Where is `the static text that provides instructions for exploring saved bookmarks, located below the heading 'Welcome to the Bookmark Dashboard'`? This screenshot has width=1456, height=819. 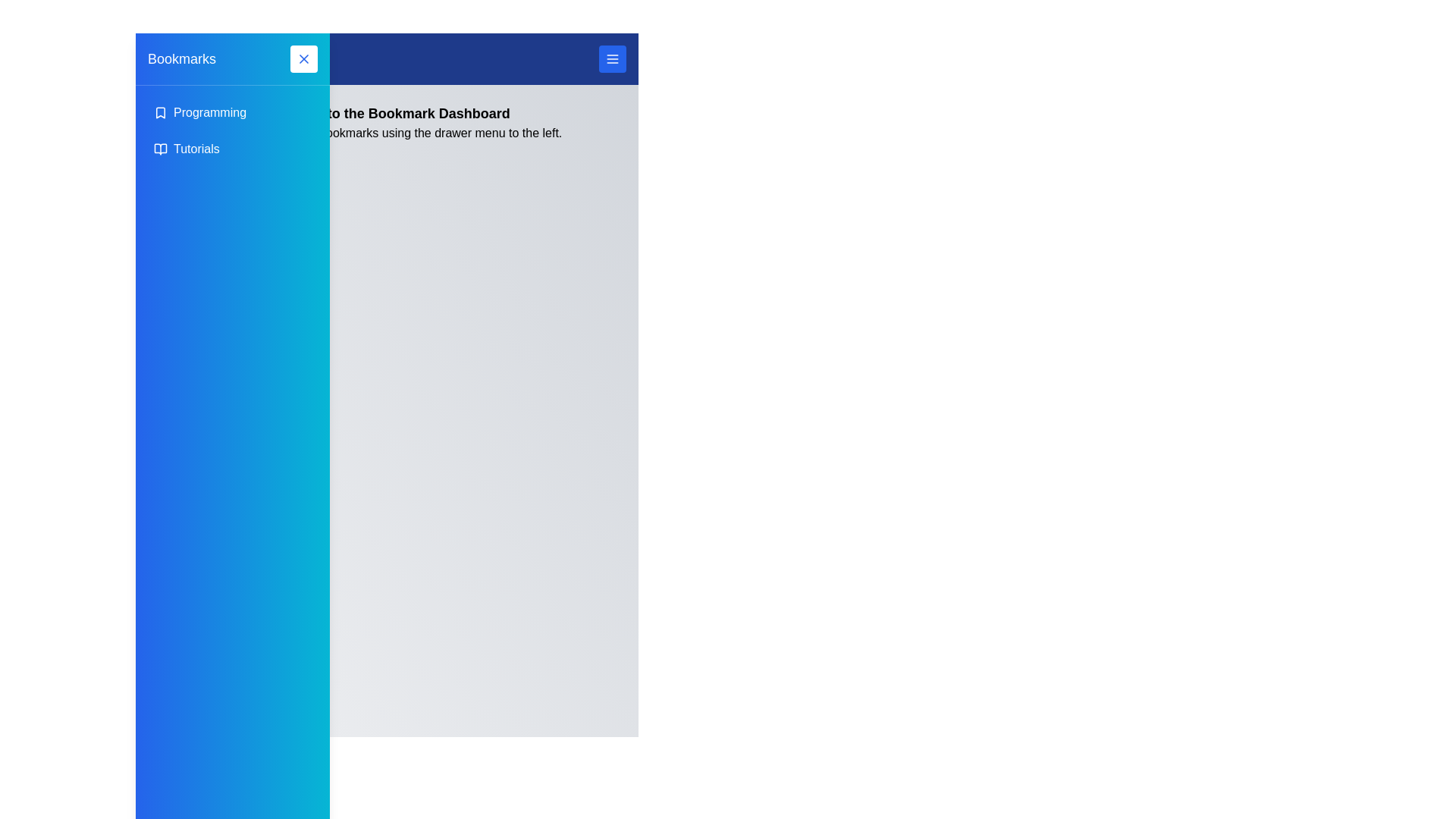
the static text that provides instructions for exploring saved bookmarks, located below the heading 'Welcome to the Bookmark Dashboard' is located at coordinates (387, 133).